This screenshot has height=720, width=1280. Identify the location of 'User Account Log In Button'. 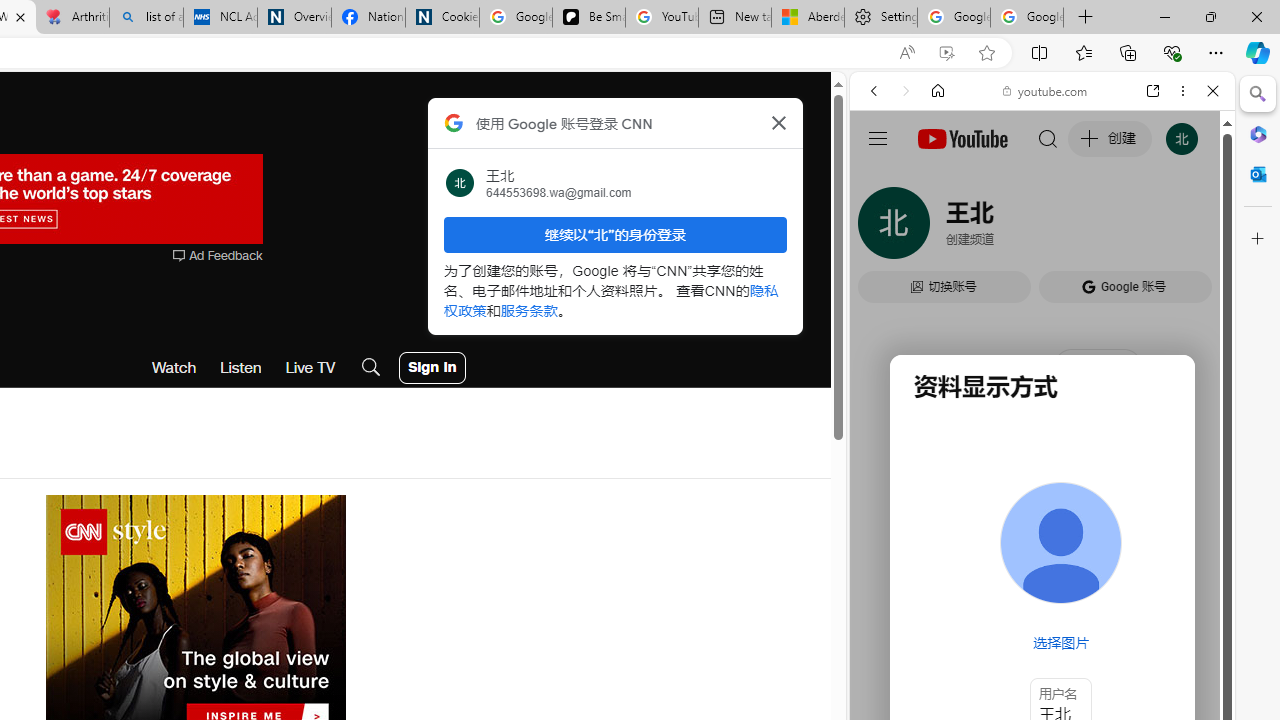
(431, 367).